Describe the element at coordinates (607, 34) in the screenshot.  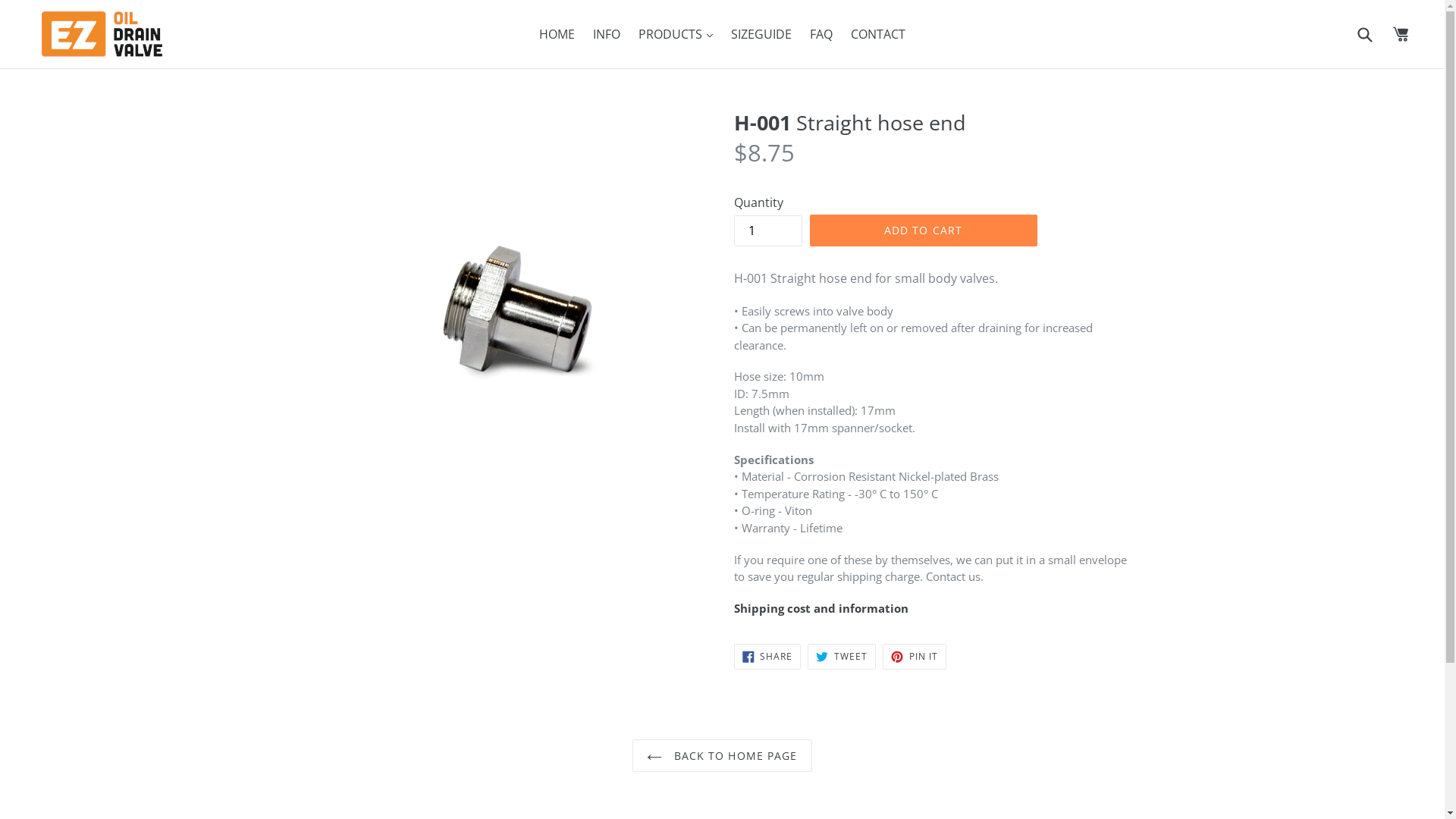
I see `'INFO'` at that location.